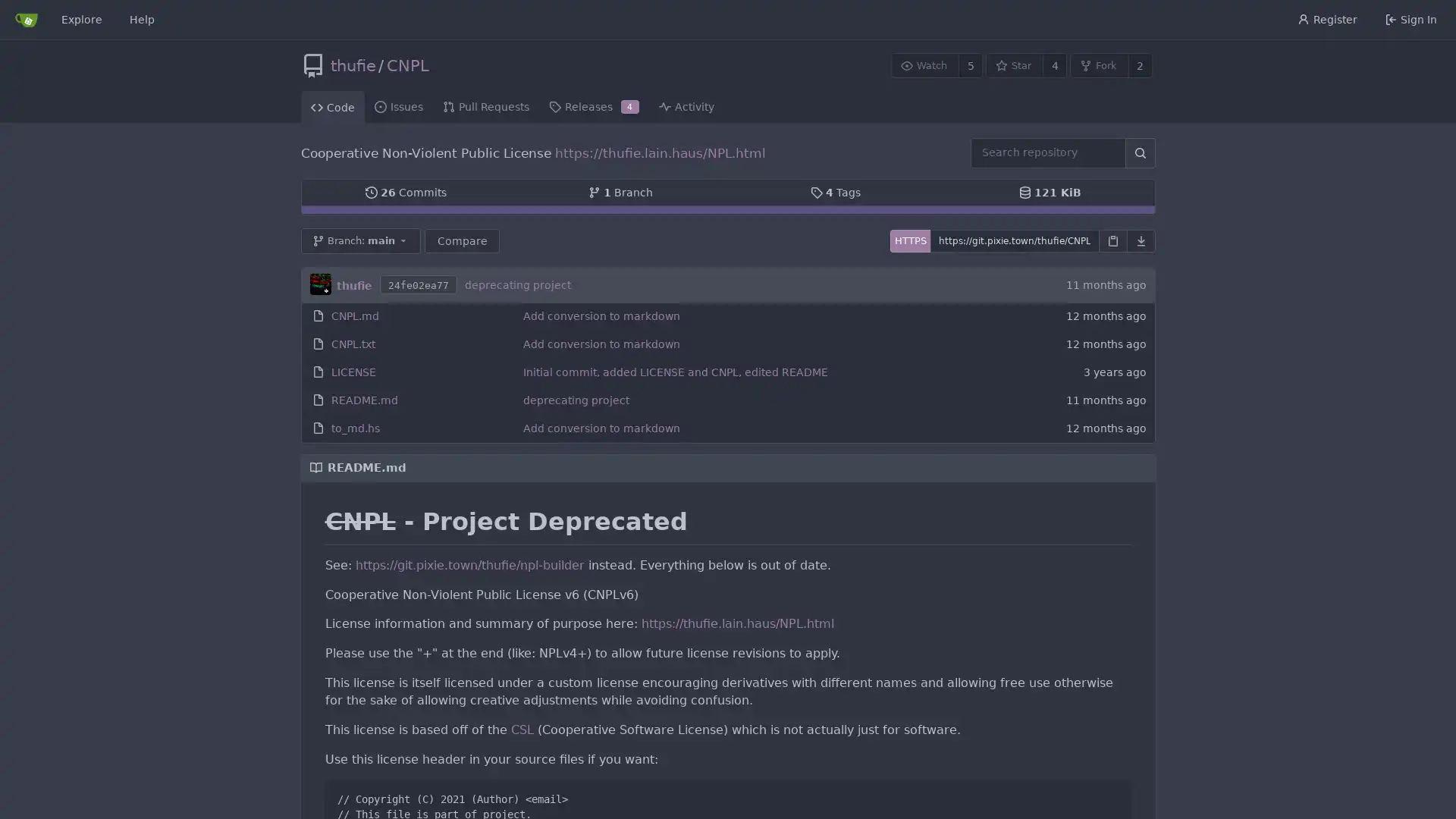 Image resolution: width=1456 pixels, height=819 pixels. What do you see at coordinates (461, 240) in the screenshot?
I see `Compare` at bounding box center [461, 240].